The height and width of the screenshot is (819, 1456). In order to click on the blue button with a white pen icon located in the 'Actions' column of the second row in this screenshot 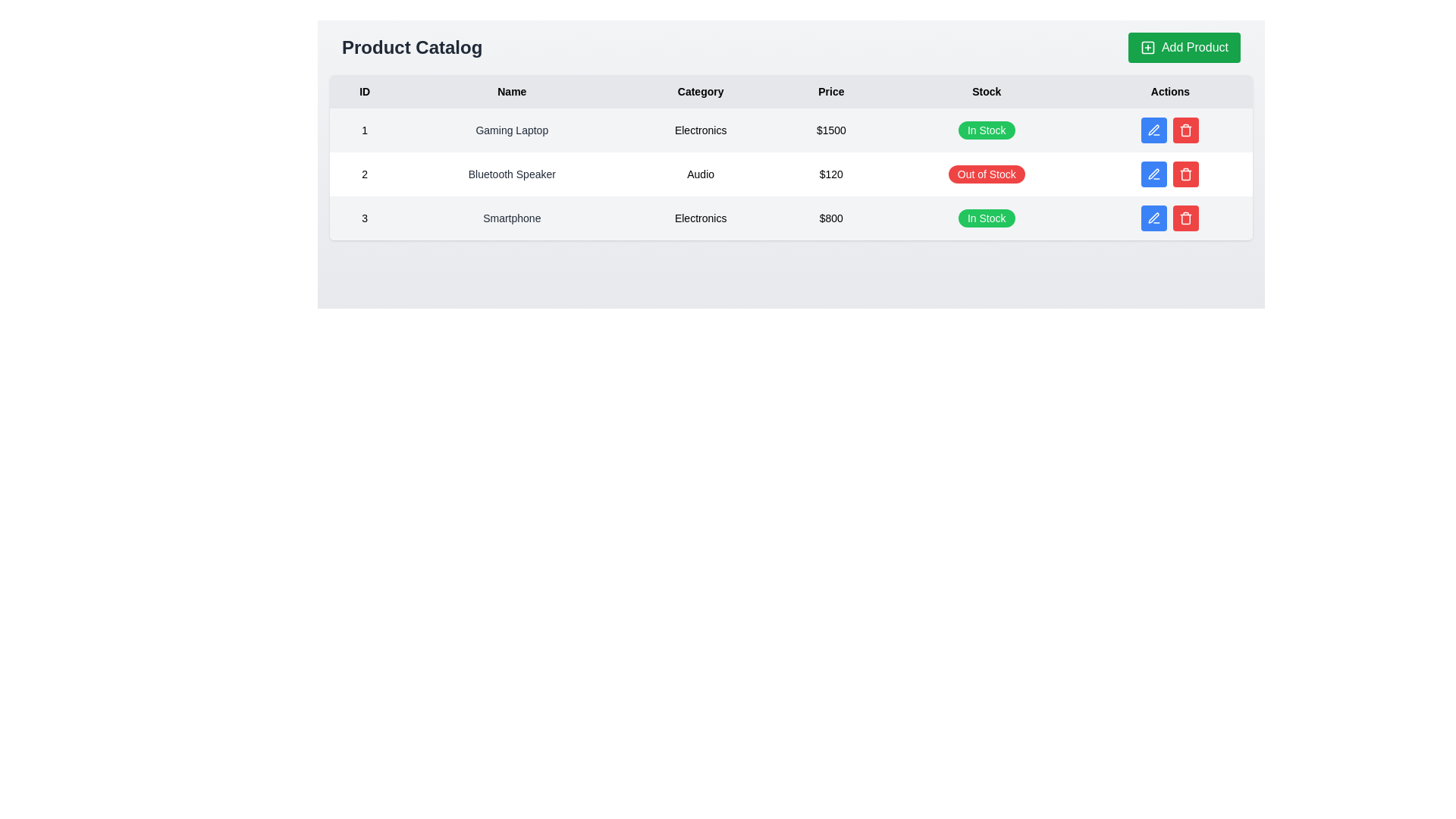, I will do `click(1153, 174)`.